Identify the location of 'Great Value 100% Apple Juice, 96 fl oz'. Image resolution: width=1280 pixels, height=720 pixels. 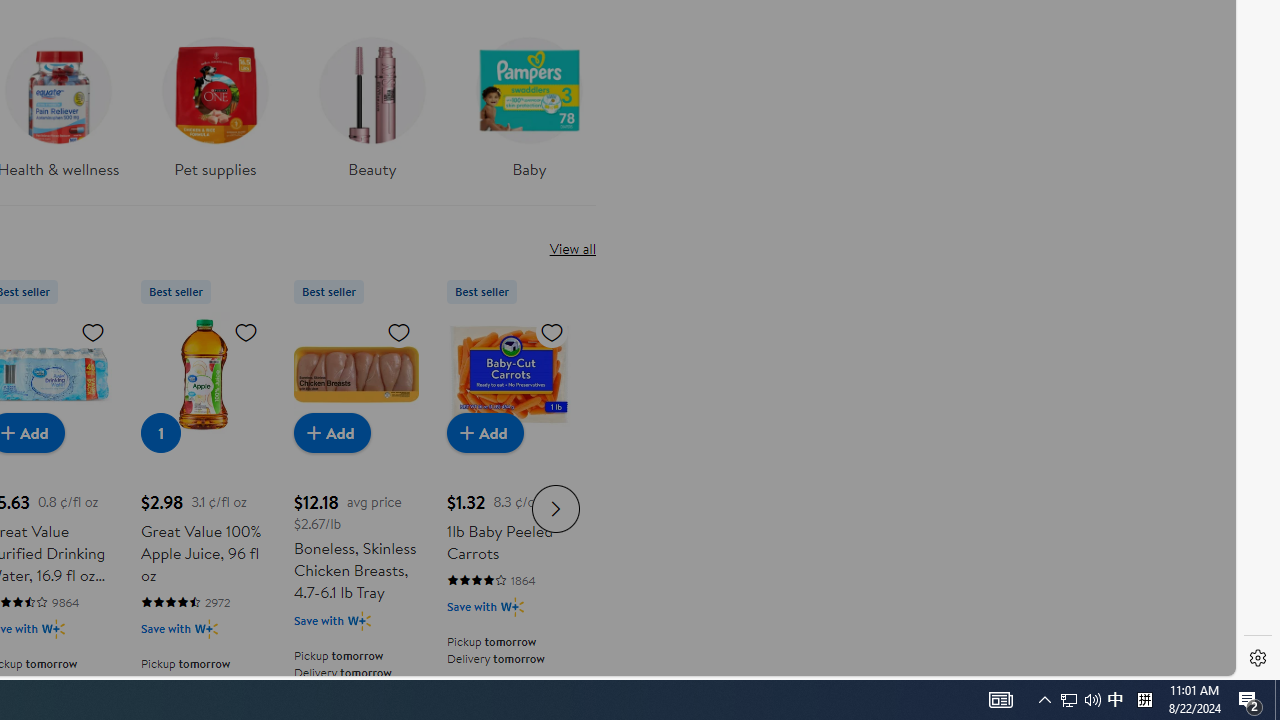
(203, 374).